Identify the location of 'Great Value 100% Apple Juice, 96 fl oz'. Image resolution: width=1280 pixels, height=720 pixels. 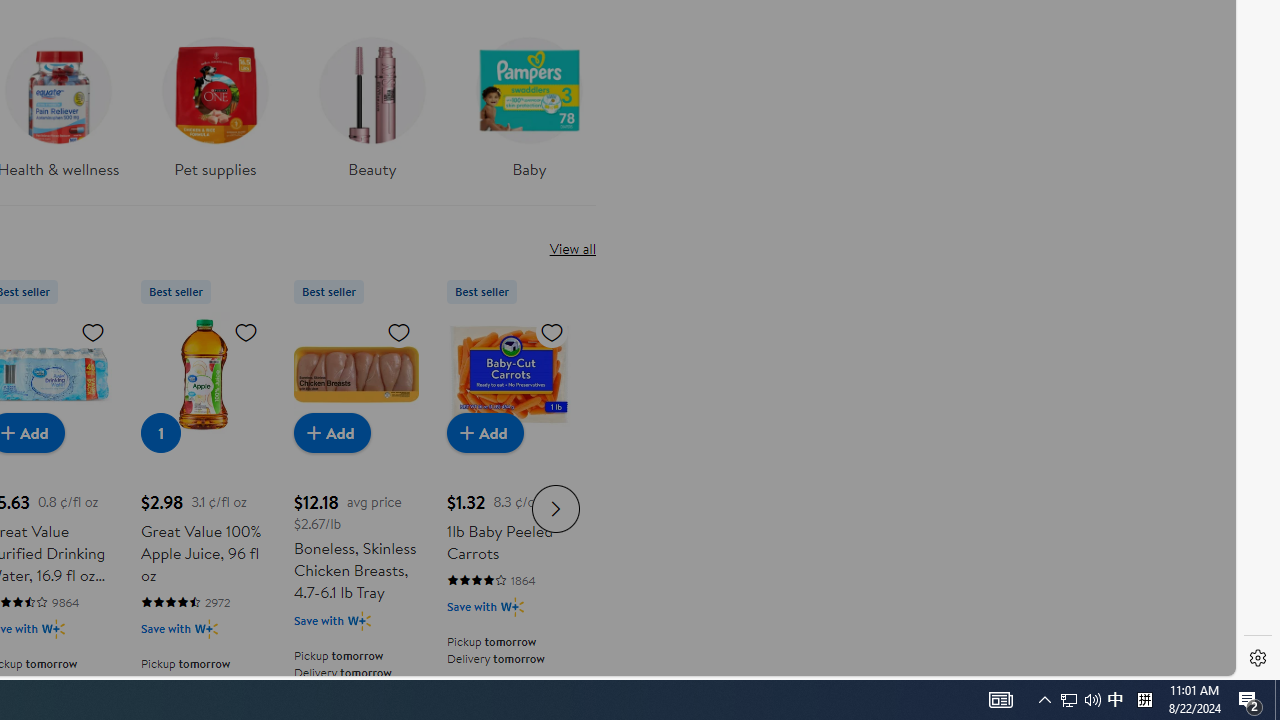
(203, 374).